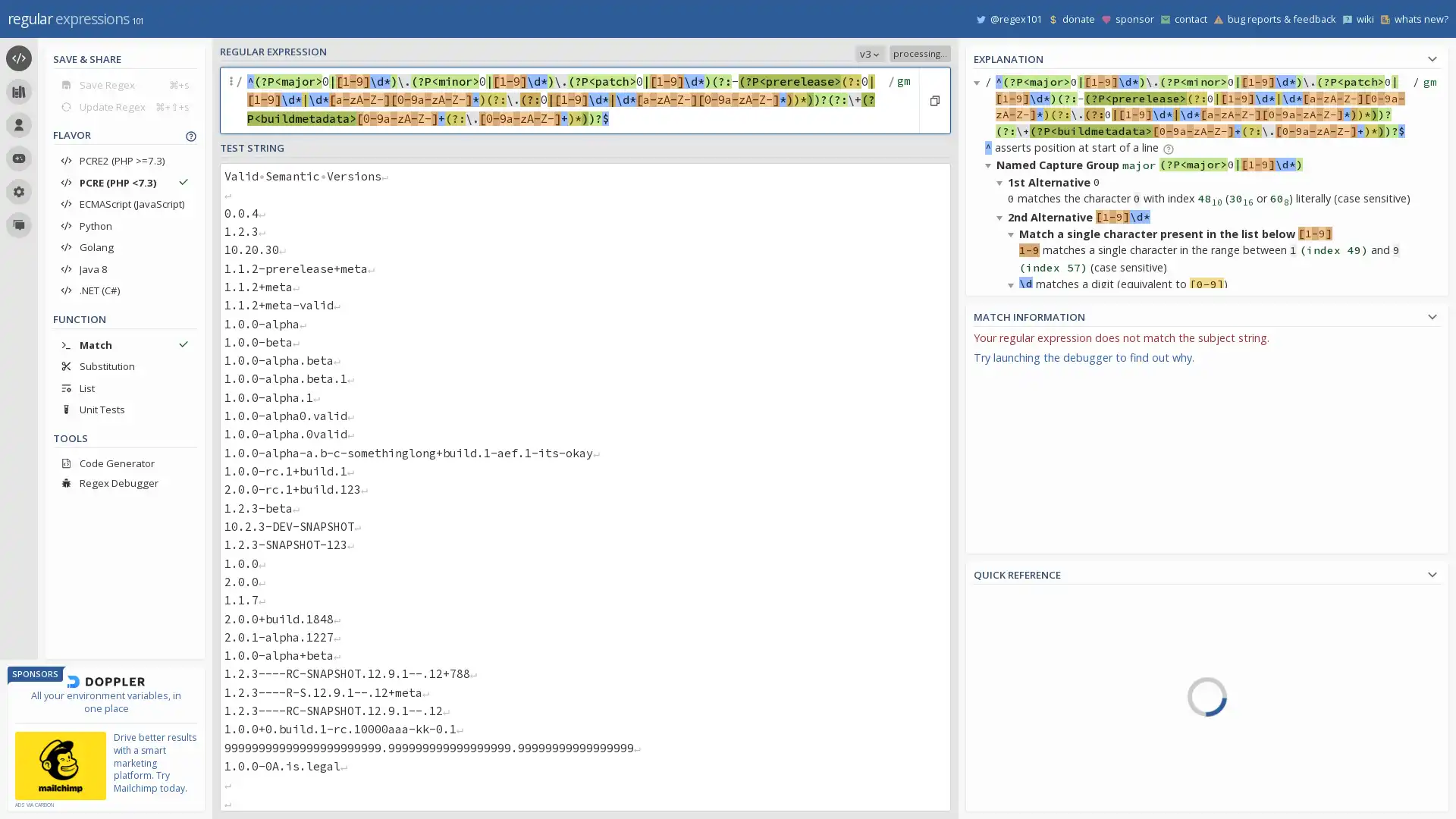 The width and height of the screenshot is (1456, 819). Describe the element at coordinates (1282, 730) in the screenshot. I see `Alternate - match either a or b a|b` at that location.